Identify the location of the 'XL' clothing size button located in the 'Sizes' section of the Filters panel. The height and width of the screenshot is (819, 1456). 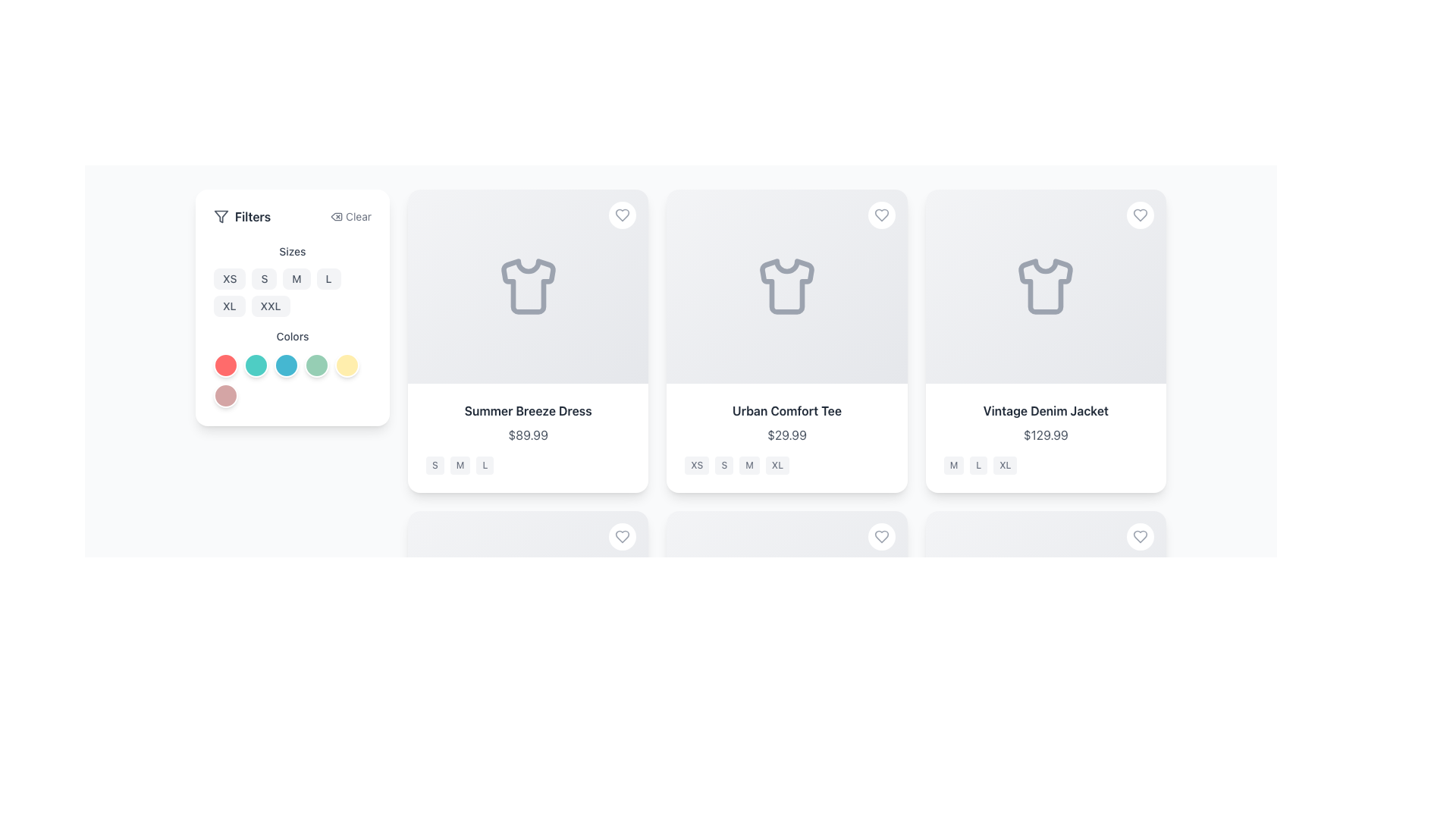
(228, 306).